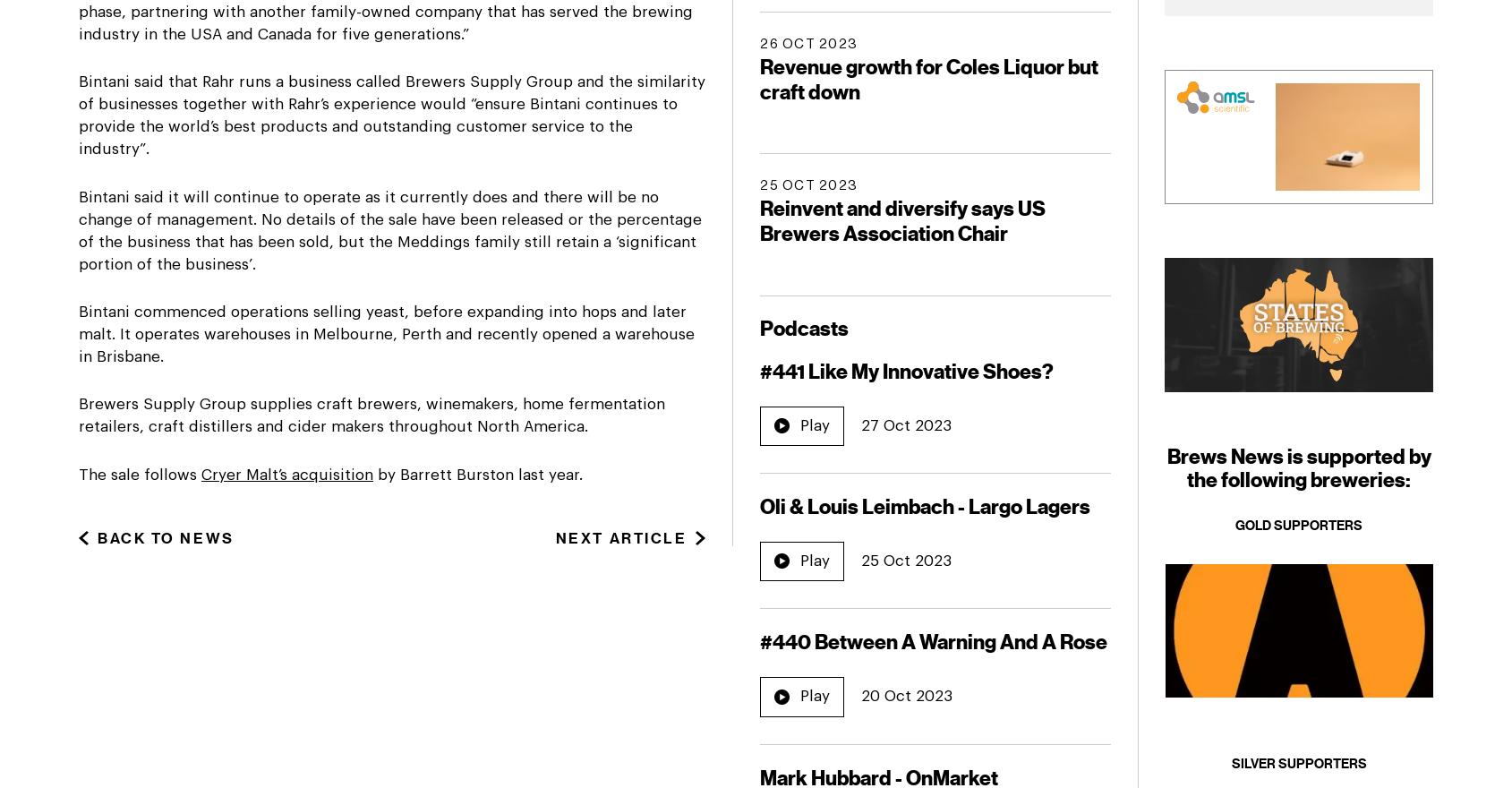 Image resolution: width=1512 pixels, height=788 pixels. I want to click on 'Gold Supporters', so click(1299, 524).